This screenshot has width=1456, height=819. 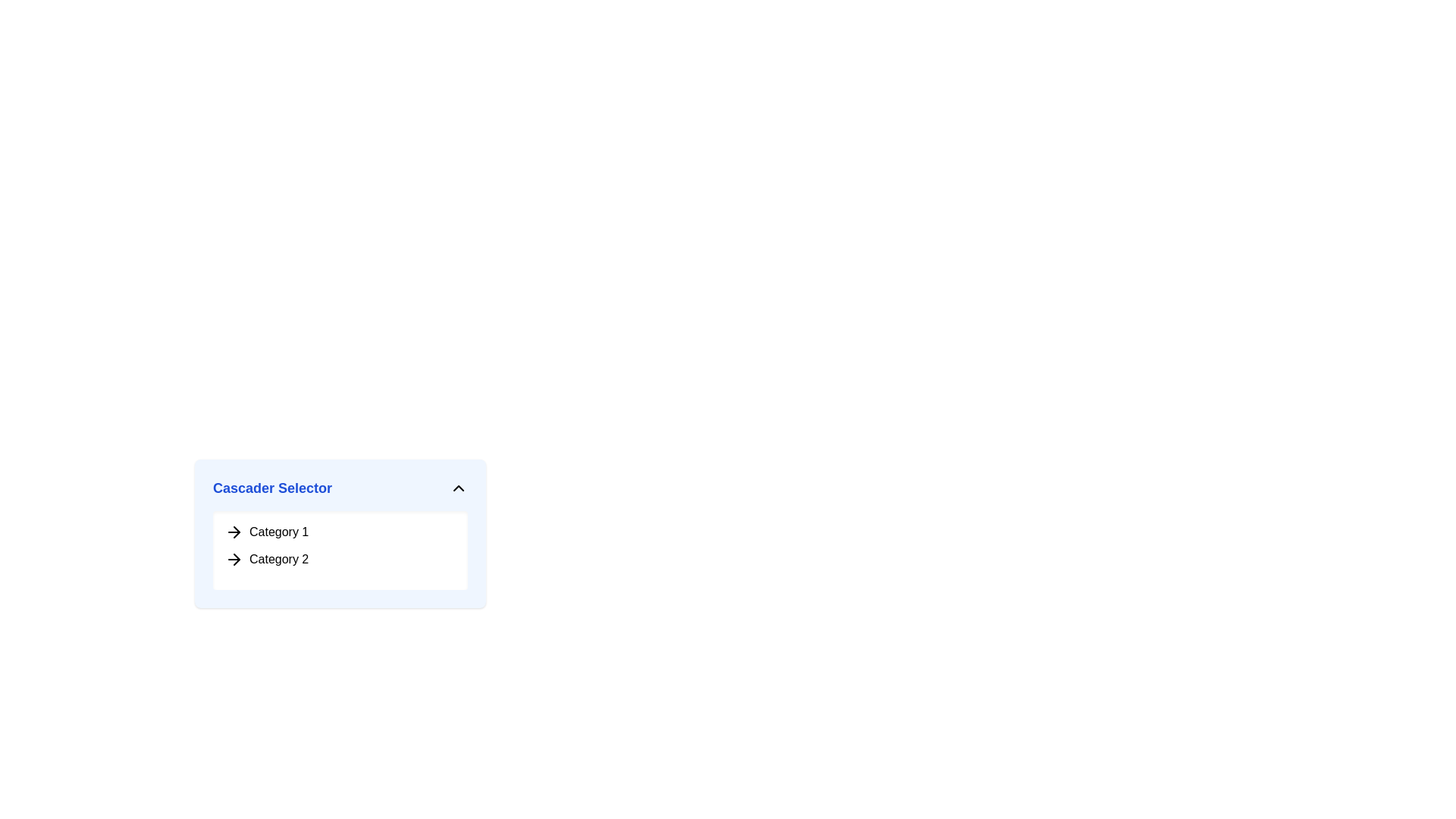 What do you see at coordinates (272, 488) in the screenshot?
I see `the text label that serves as the title for the dropdown component, positioned on the left side of the dropdown header` at bounding box center [272, 488].